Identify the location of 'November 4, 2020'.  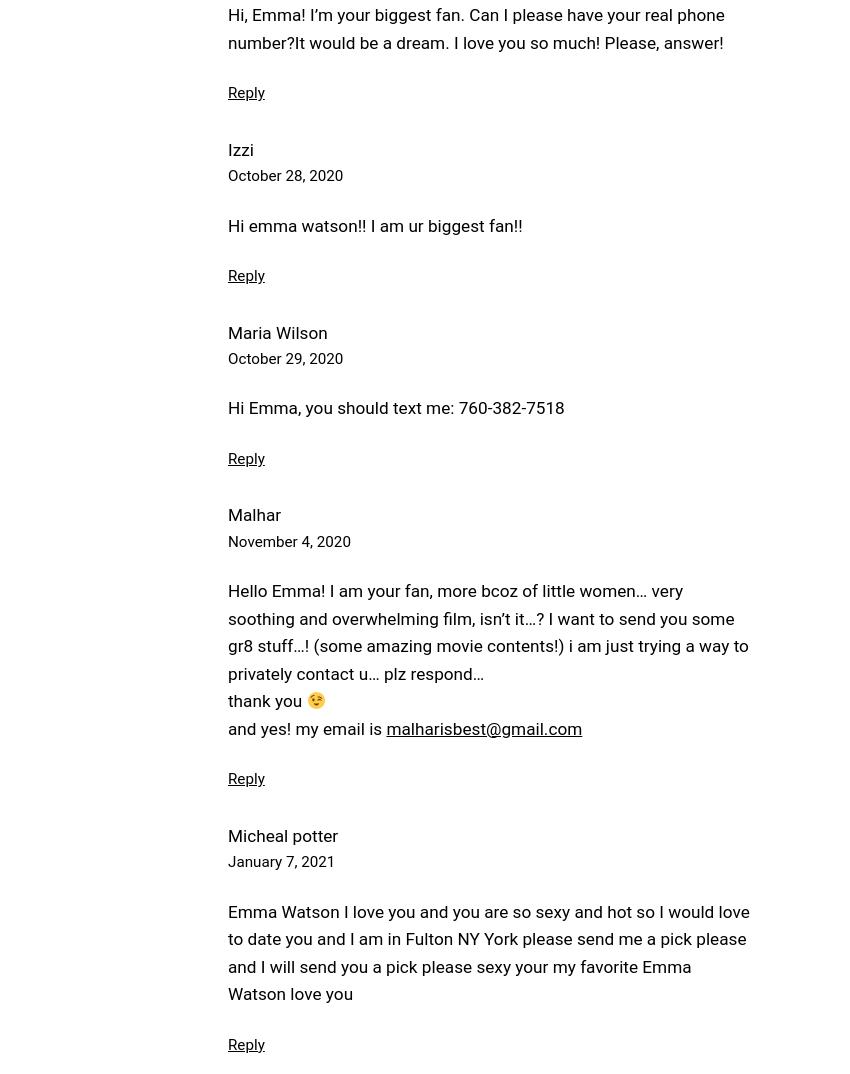
(288, 539).